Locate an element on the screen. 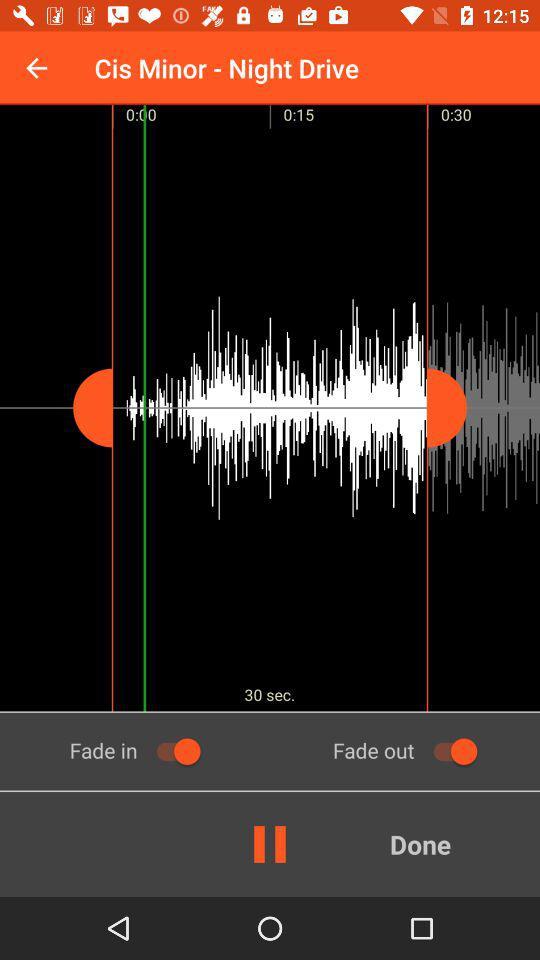 The image size is (540, 960). the item next to done icon is located at coordinates (270, 843).